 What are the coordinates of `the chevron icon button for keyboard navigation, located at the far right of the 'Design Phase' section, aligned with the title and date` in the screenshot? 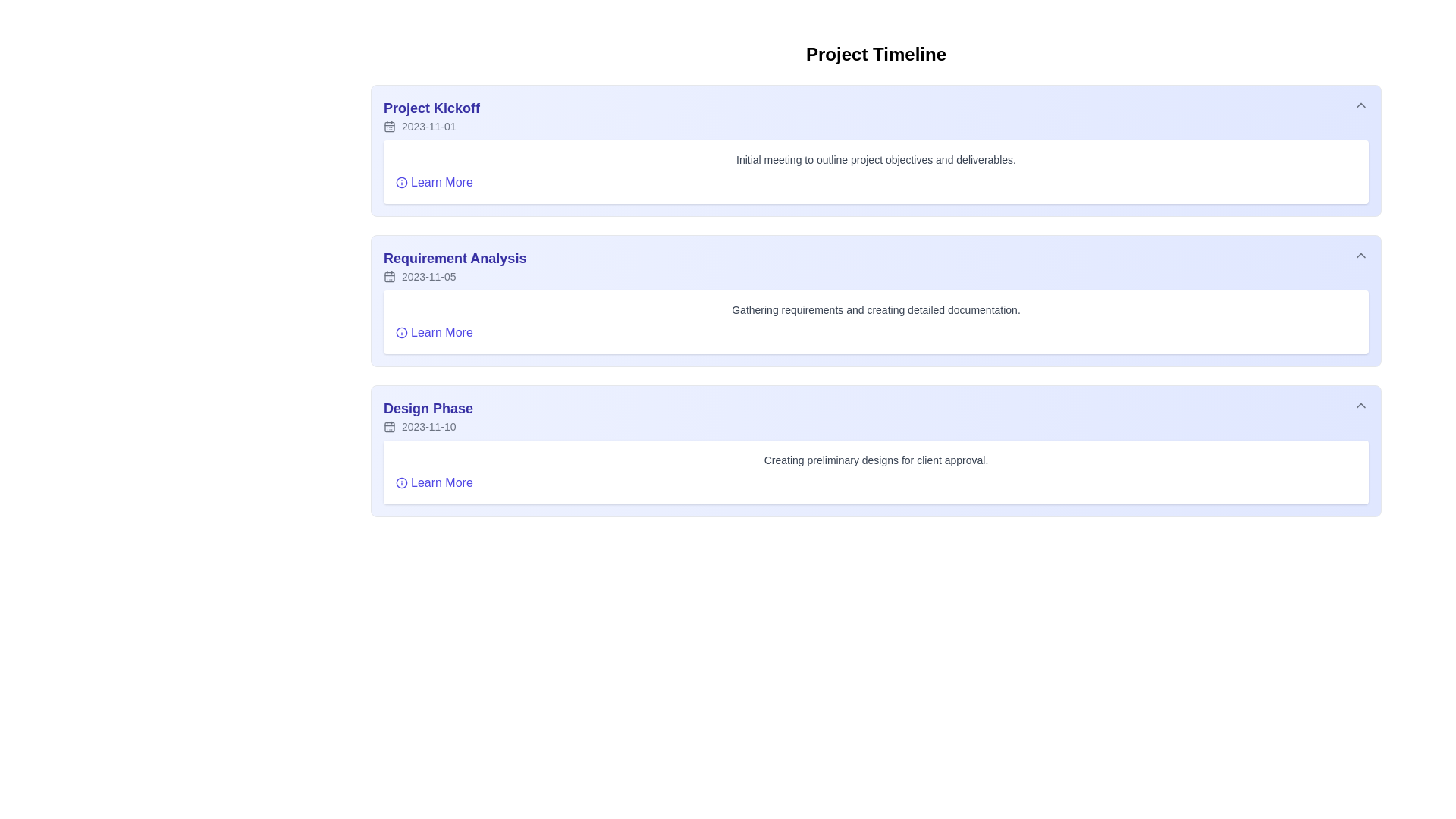 It's located at (1361, 405).